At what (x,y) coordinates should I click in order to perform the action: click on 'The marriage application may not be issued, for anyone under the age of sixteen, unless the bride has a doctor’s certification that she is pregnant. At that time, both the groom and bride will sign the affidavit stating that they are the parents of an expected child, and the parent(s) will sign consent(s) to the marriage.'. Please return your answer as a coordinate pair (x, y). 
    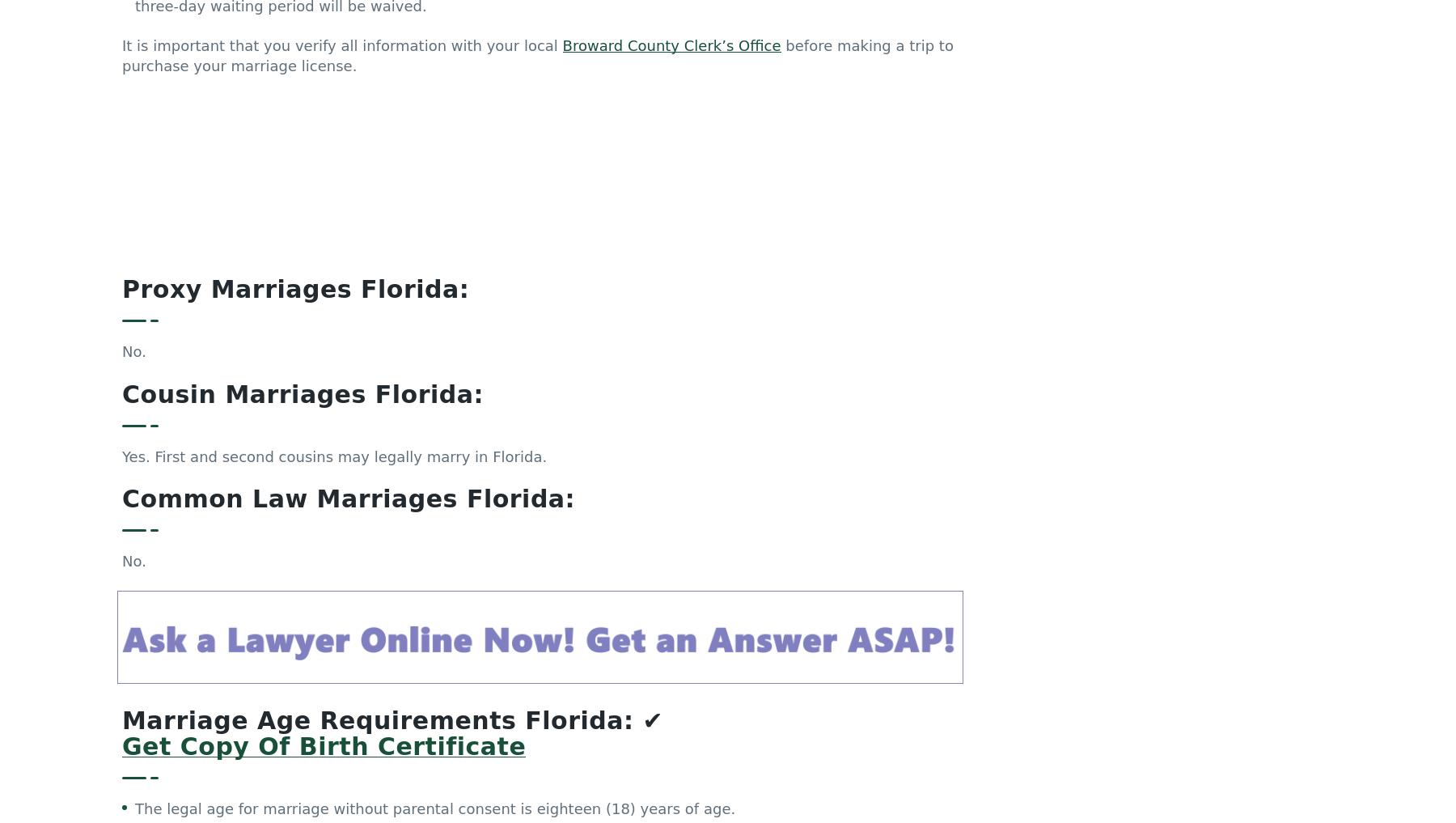
    Looking at the image, I should click on (548, 753).